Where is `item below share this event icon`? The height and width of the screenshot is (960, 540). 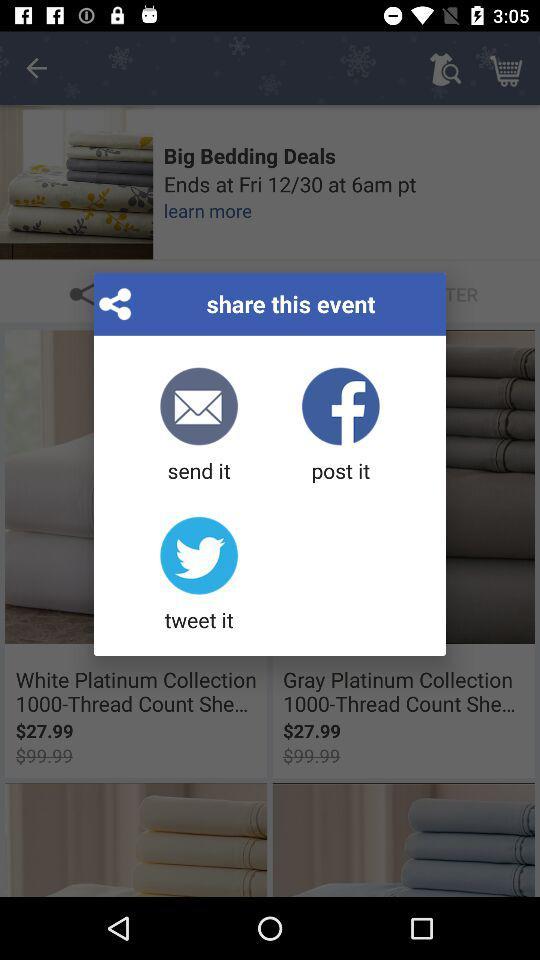 item below share this event icon is located at coordinates (339, 426).